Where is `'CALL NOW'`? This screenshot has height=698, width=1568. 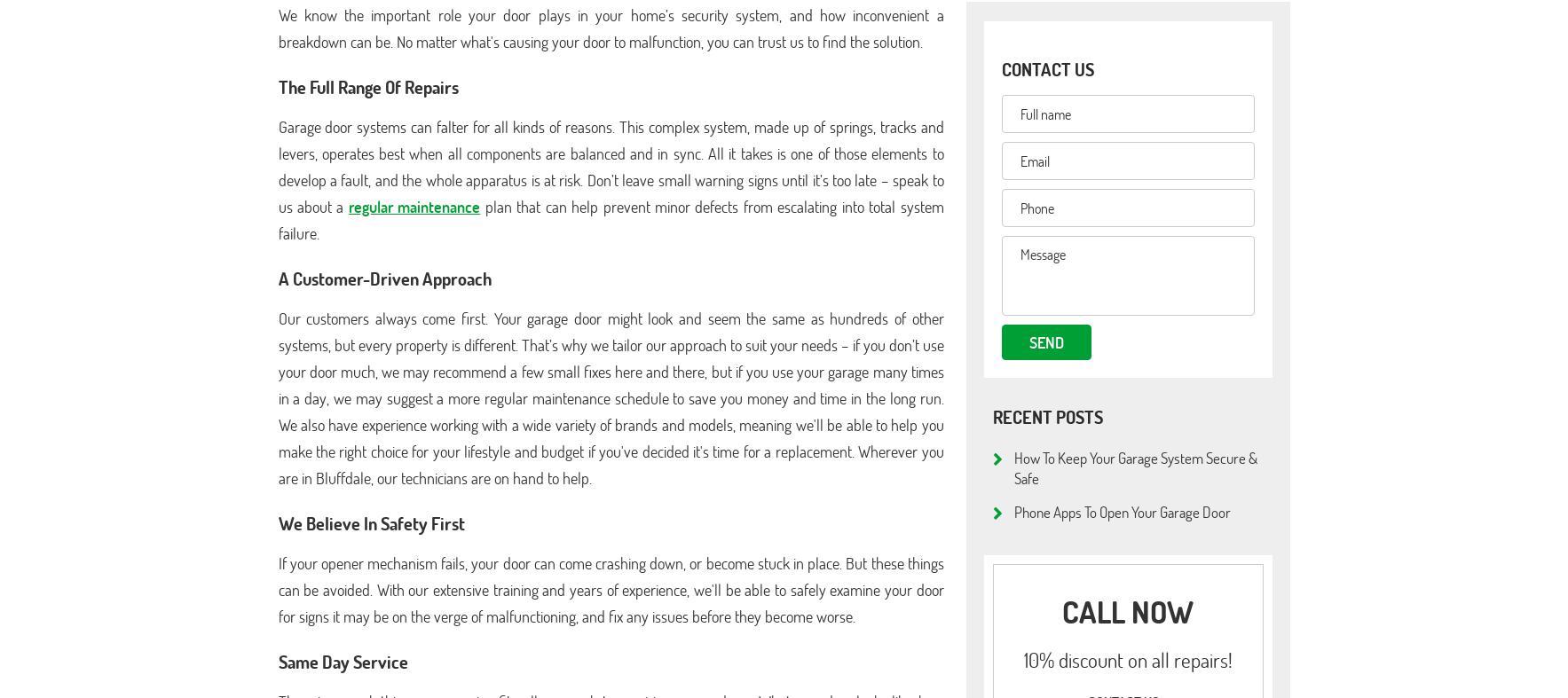 'CALL NOW' is located at coordinates (1127, 610).